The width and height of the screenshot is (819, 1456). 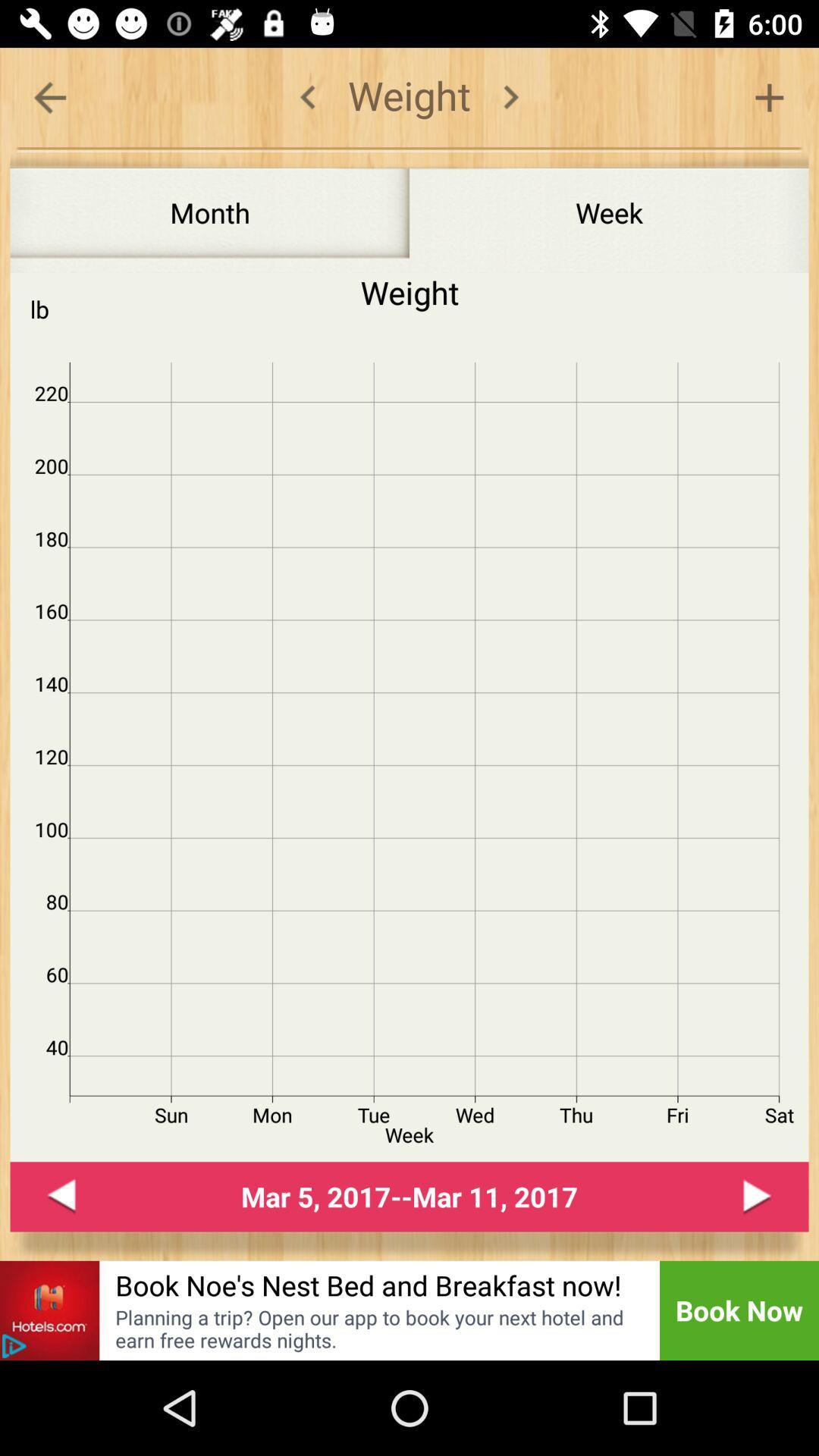 What do you see at coordinates (510, 96) in the screenshot?
I see `the arrow_forward icon` at bounding box center [510, 96].